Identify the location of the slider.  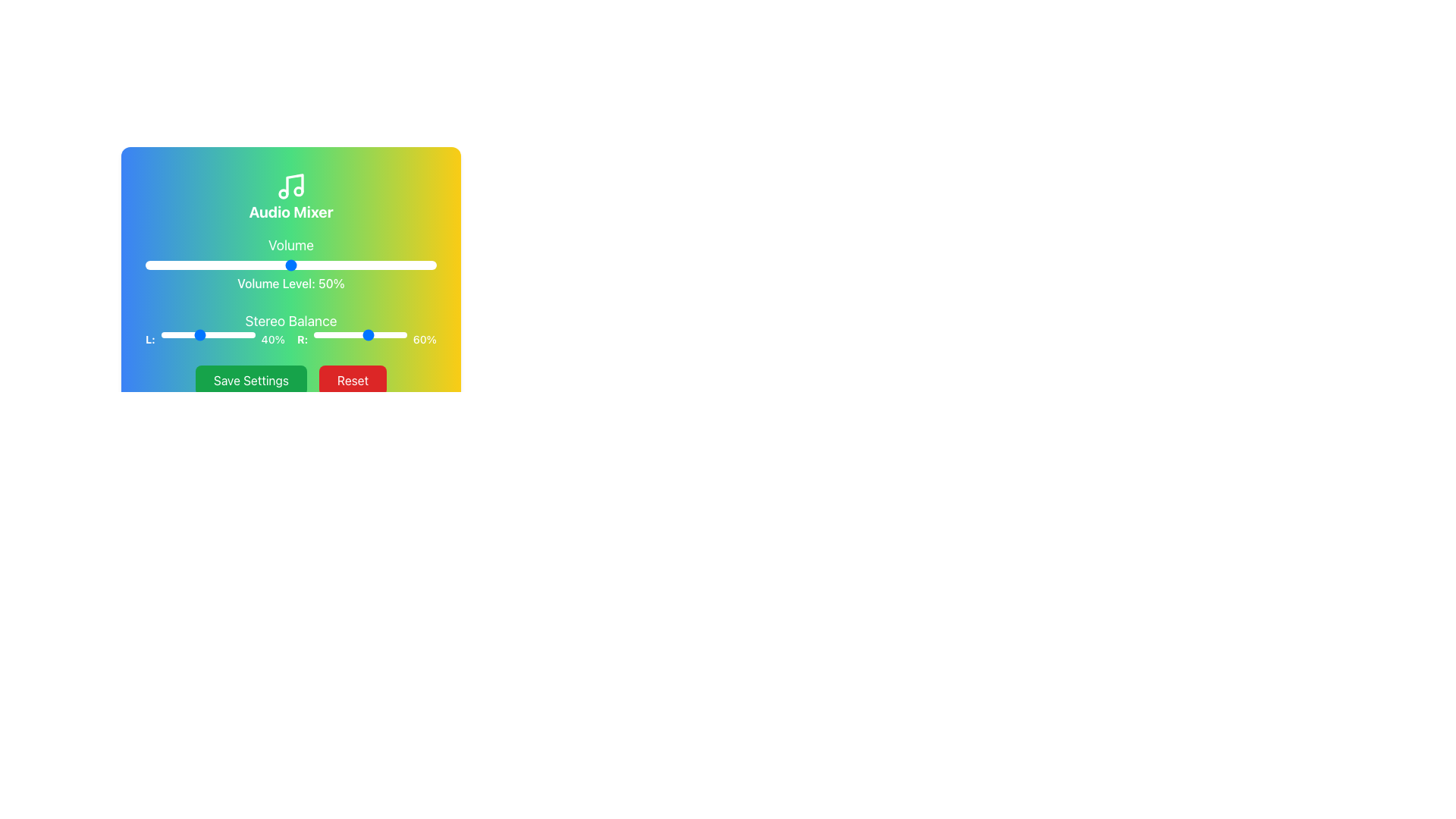
(243, 334).